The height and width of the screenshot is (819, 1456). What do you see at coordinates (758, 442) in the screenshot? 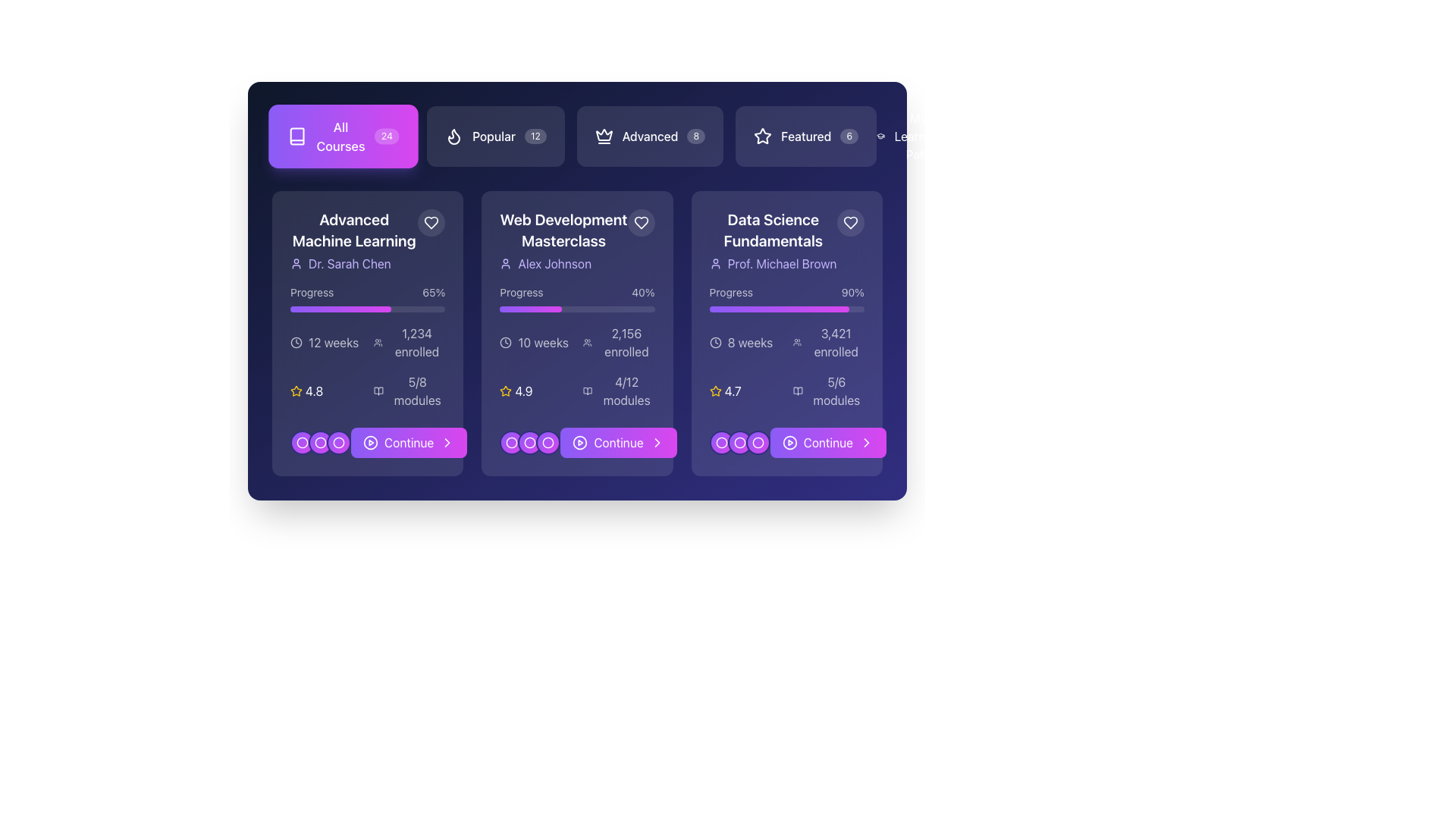
I see `the decorative or indicator icon located centrally within the 'Data Science Fundamentals' card, which is the third card in the row of cards` at bounding box center [758, 442].